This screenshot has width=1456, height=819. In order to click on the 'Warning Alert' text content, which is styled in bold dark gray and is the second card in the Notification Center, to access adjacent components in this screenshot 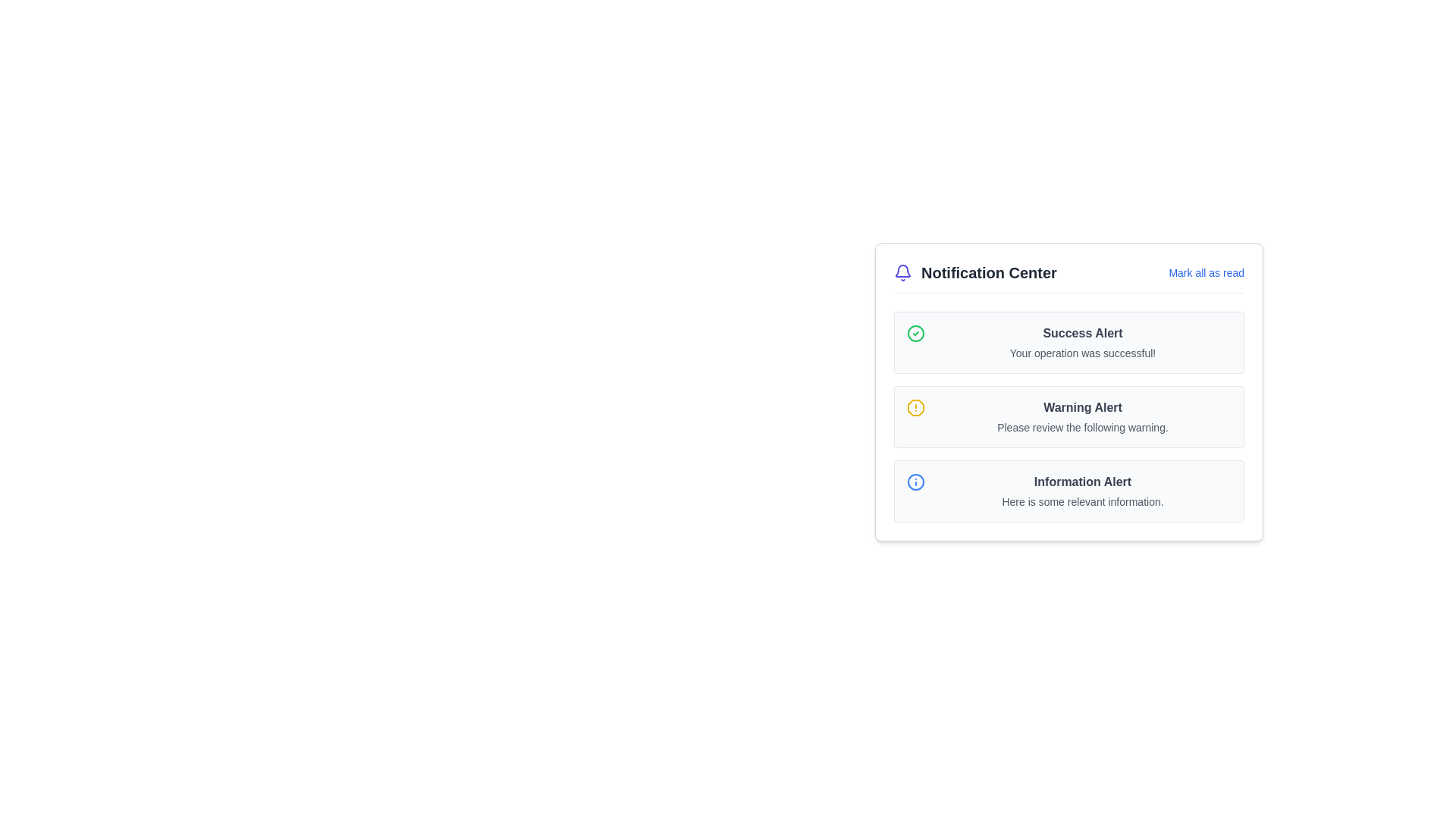, I will do `click(1082, 417)`.